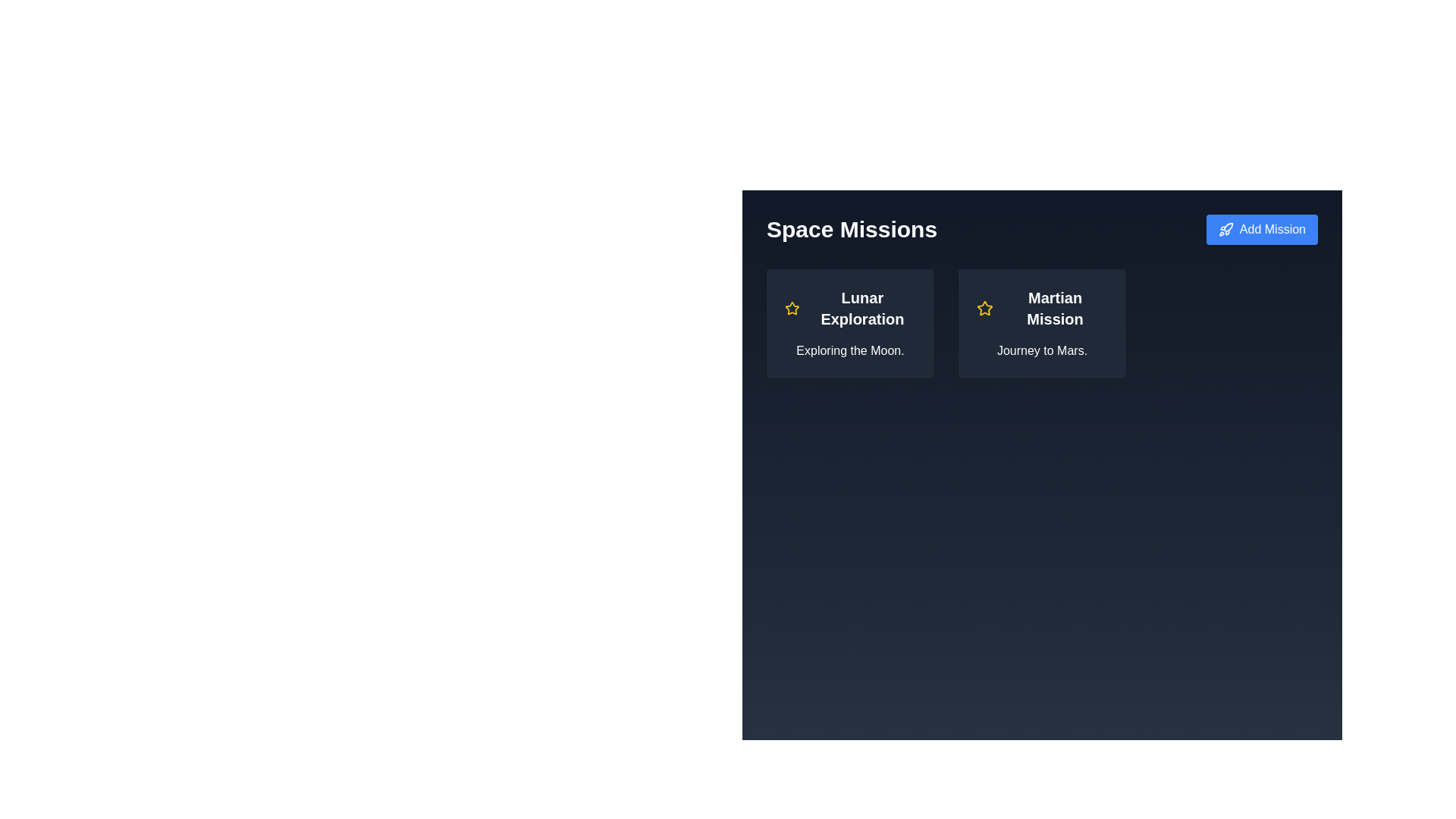 The image size is (1456, 819). What do you see at coordinates (1054, 308) in the screenshot?
I see `the text label 'Martian Mission' styled with a bold font and larger size, located in the right card below a star icon` at bounding box center [1054, 308].